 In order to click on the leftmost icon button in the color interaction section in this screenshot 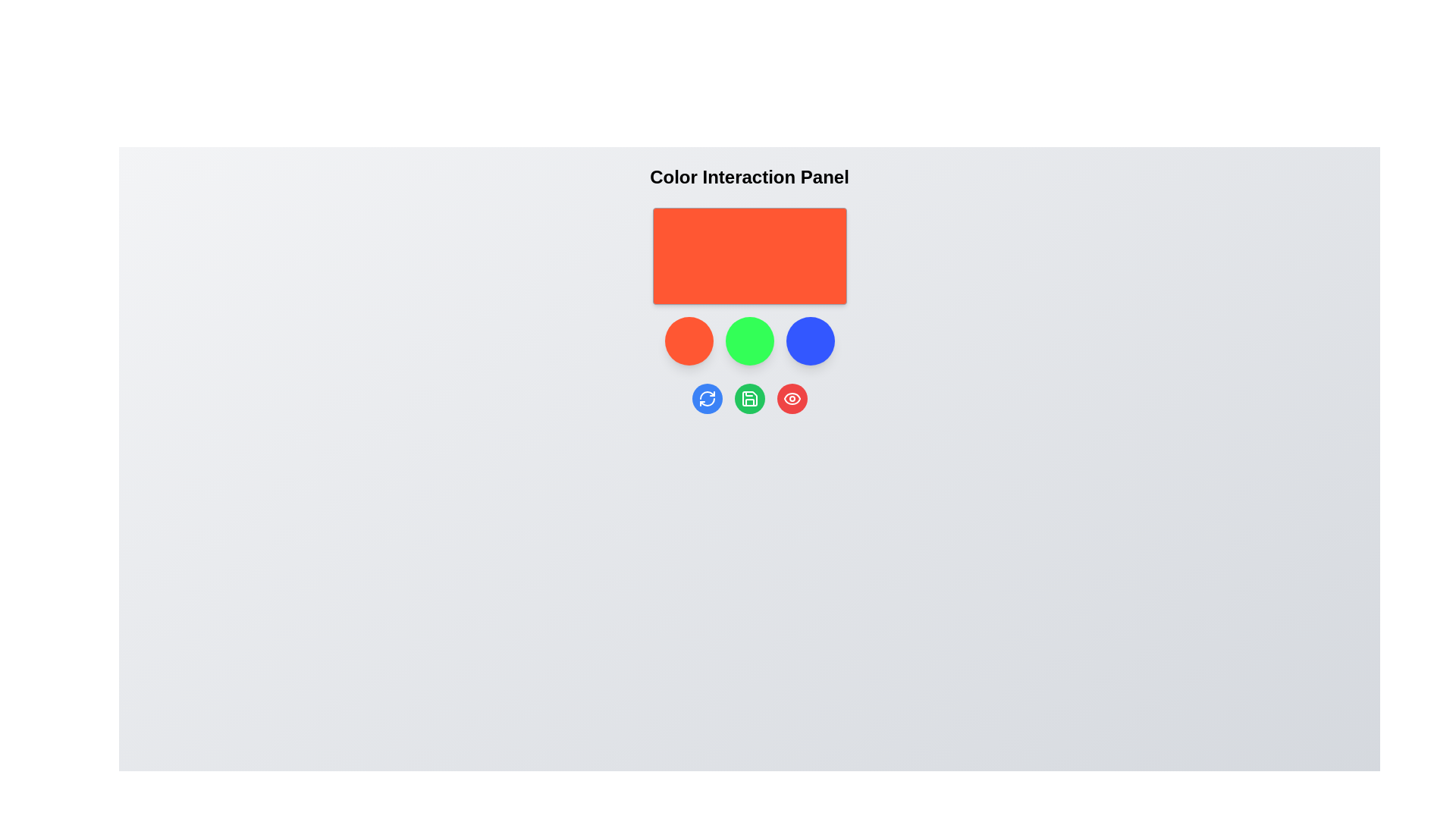, I will do `click(706, 397)`.